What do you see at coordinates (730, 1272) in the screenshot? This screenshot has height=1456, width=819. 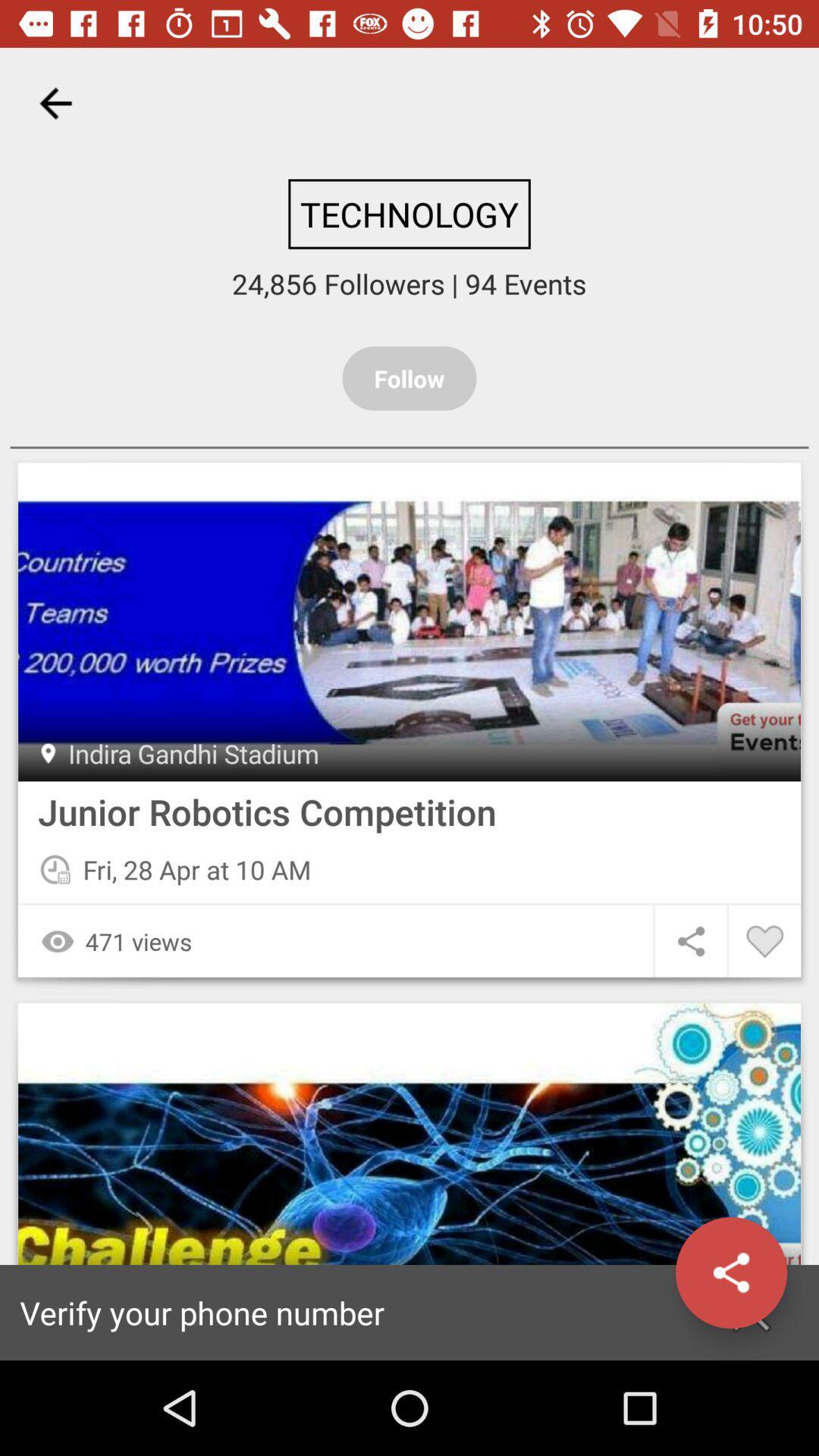 I see `the share icon` at bounding box center [730, 1272].